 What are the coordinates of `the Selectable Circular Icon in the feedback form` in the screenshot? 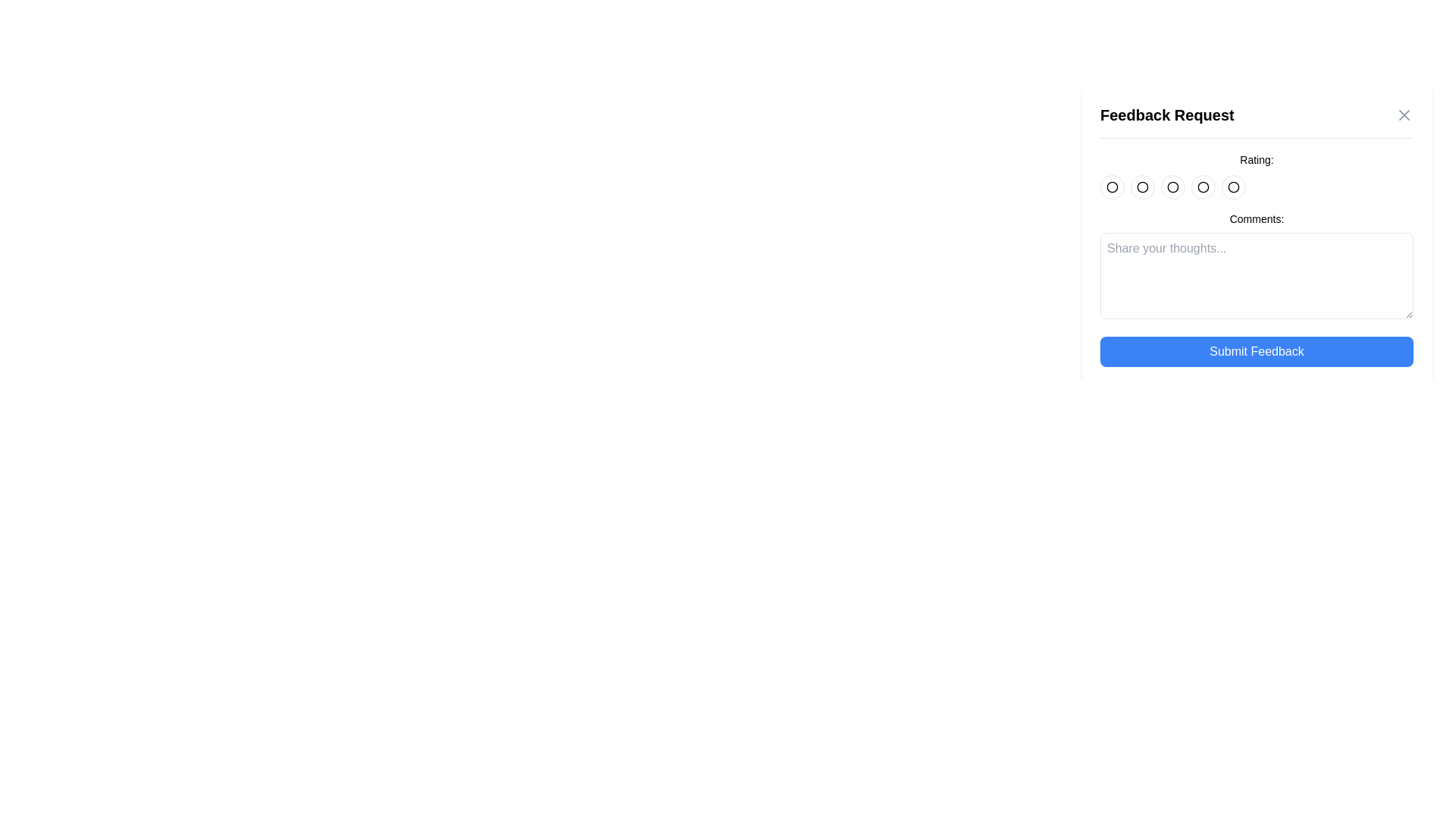 It's located at (1172, 186).